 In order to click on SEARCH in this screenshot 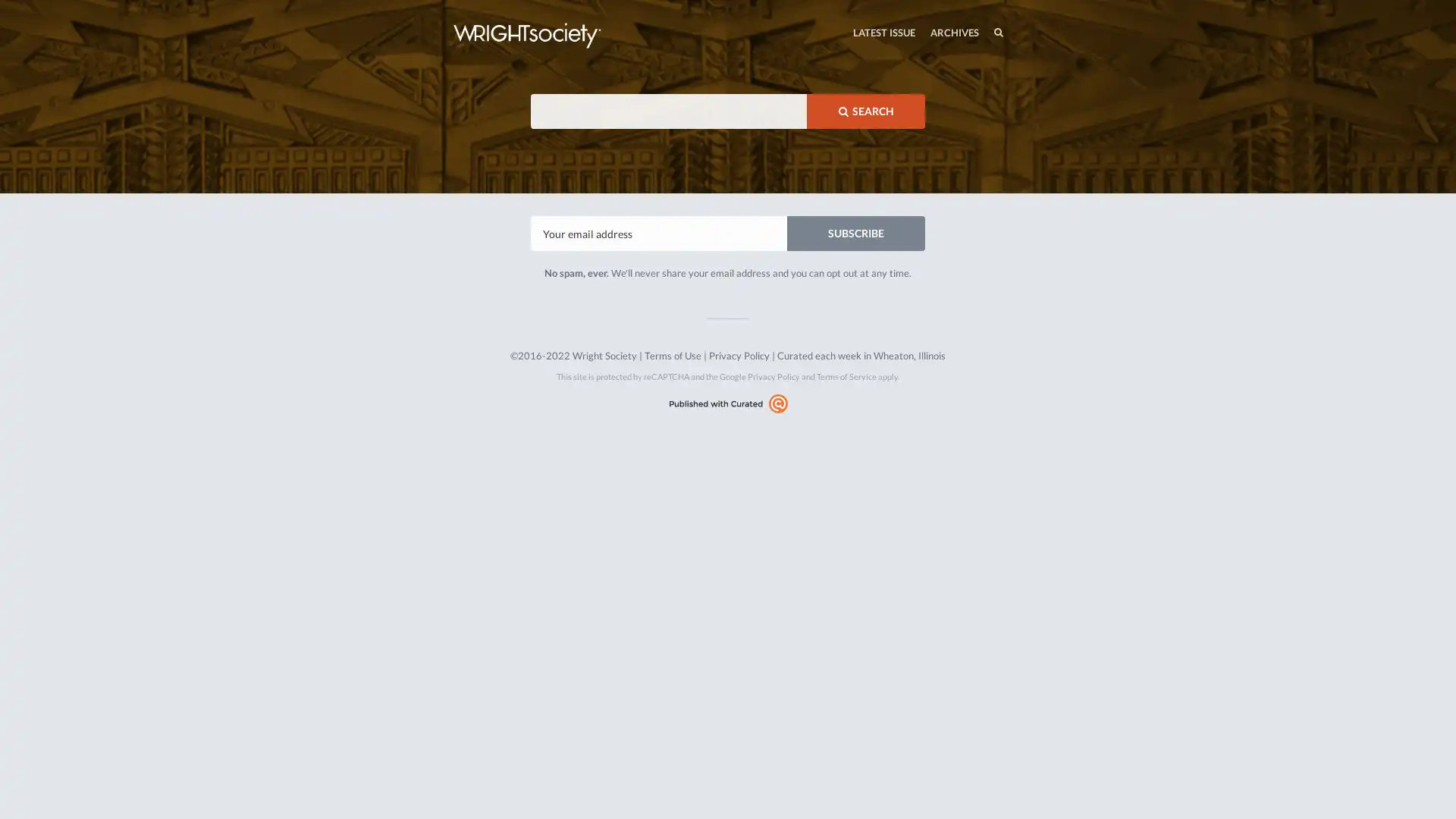, I will do `click(966, 32)`.